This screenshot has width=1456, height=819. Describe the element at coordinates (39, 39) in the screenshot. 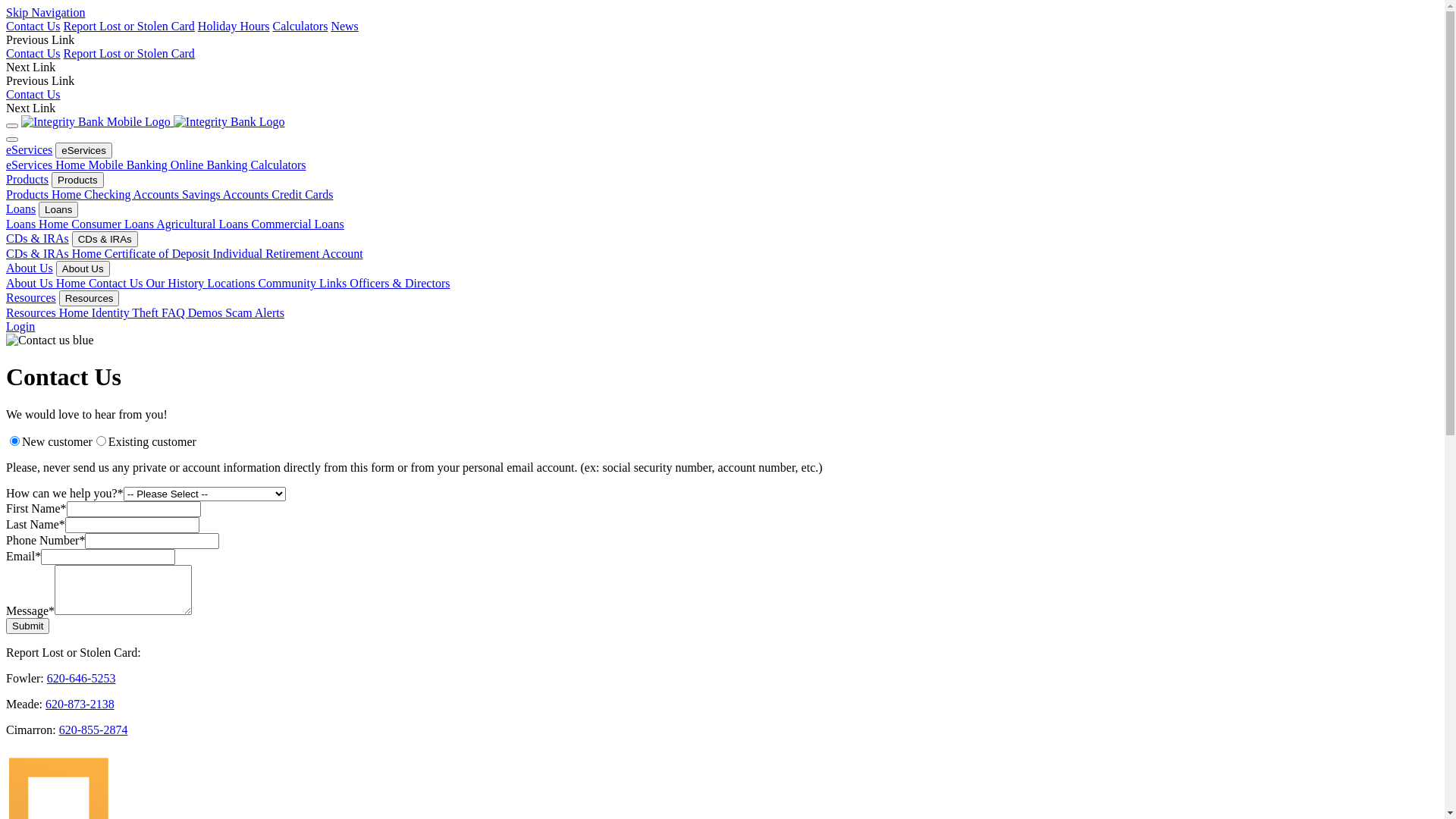

I see `'Previous Link'` at that location.